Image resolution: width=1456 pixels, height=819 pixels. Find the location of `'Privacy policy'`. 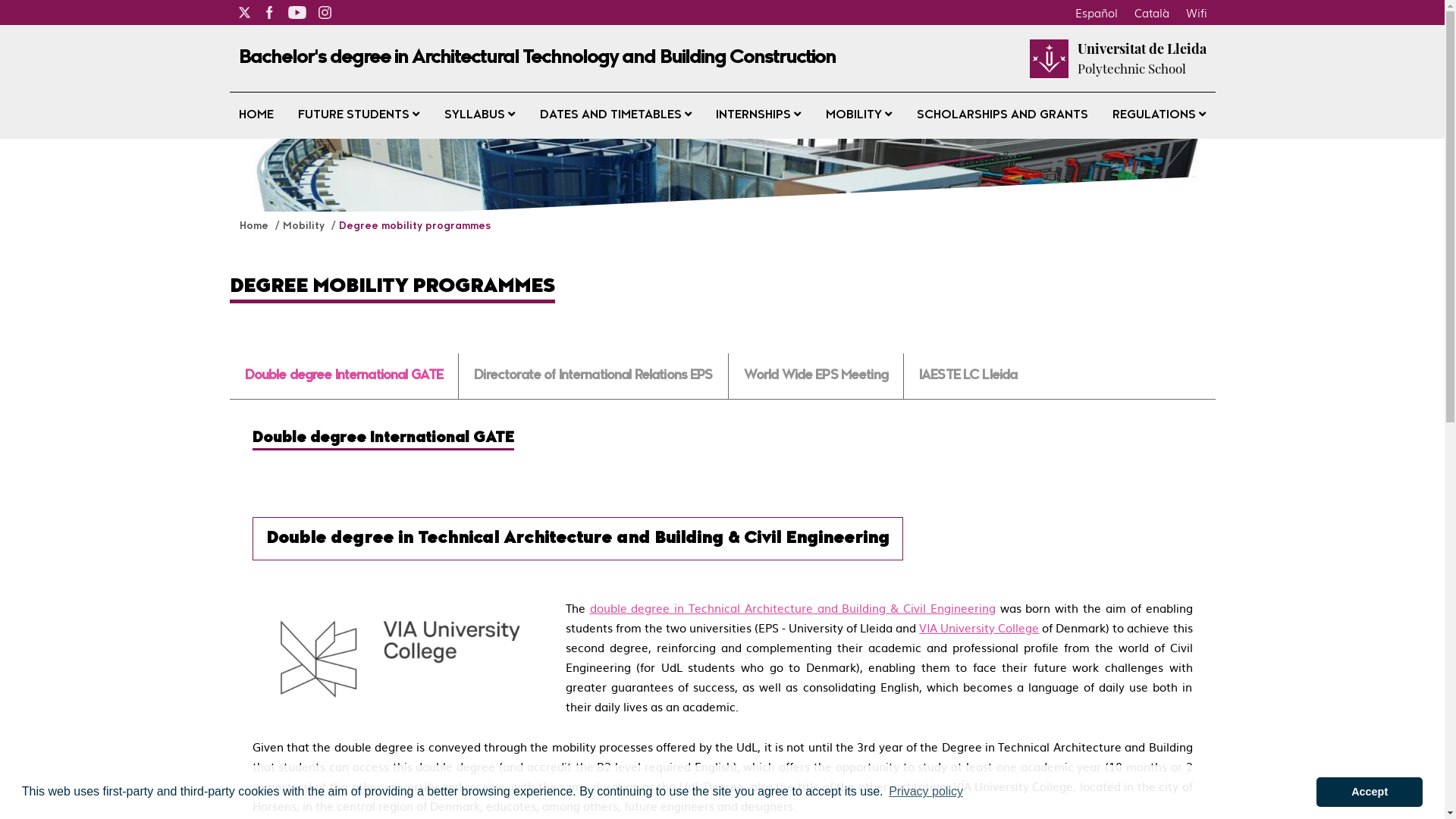

'Privacy policy' is located at coordinates (924, 791).